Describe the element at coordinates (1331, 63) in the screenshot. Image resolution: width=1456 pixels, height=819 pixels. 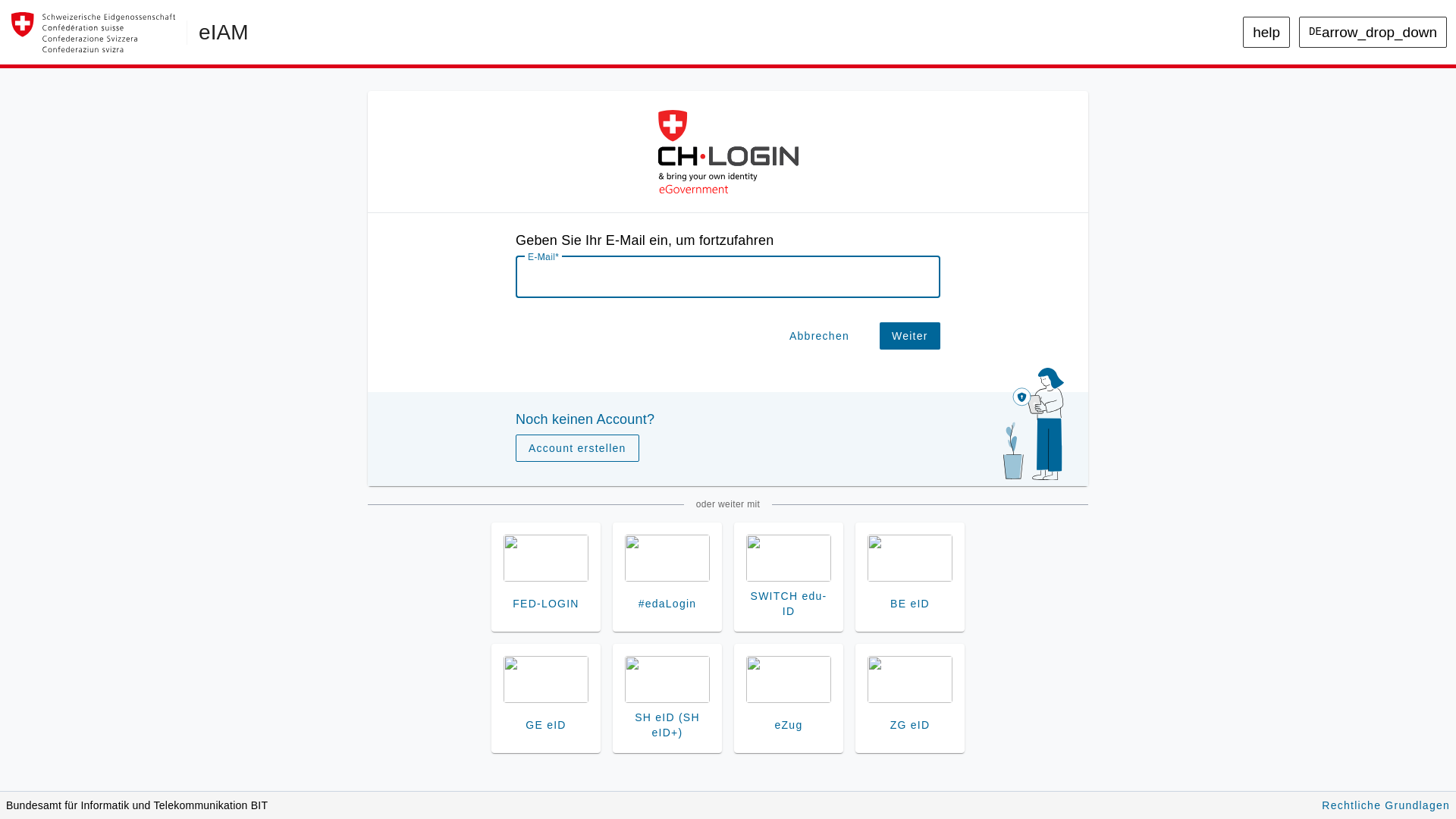
I see `'DE'` at that location.